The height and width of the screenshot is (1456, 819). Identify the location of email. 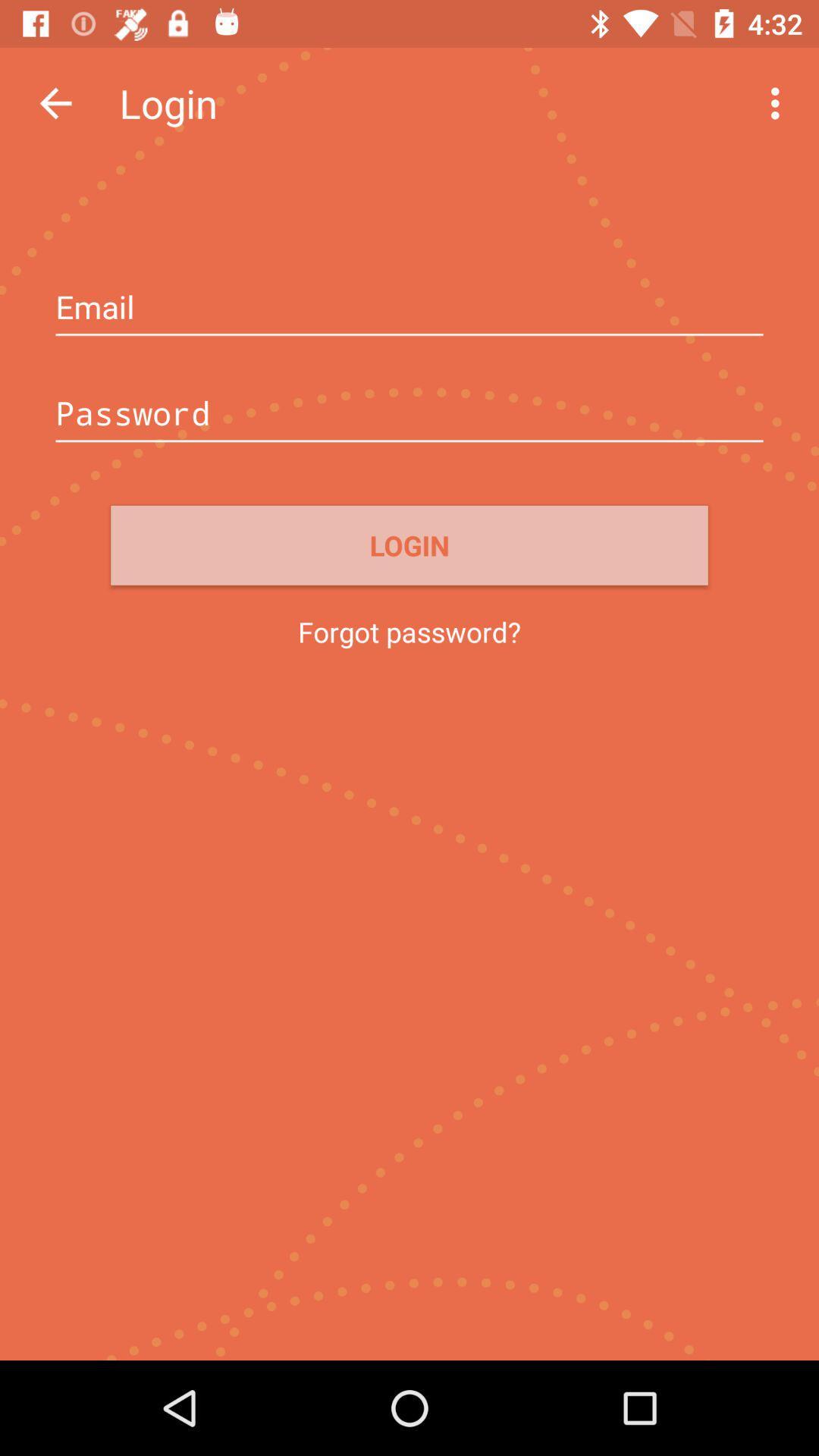
(409, 308).